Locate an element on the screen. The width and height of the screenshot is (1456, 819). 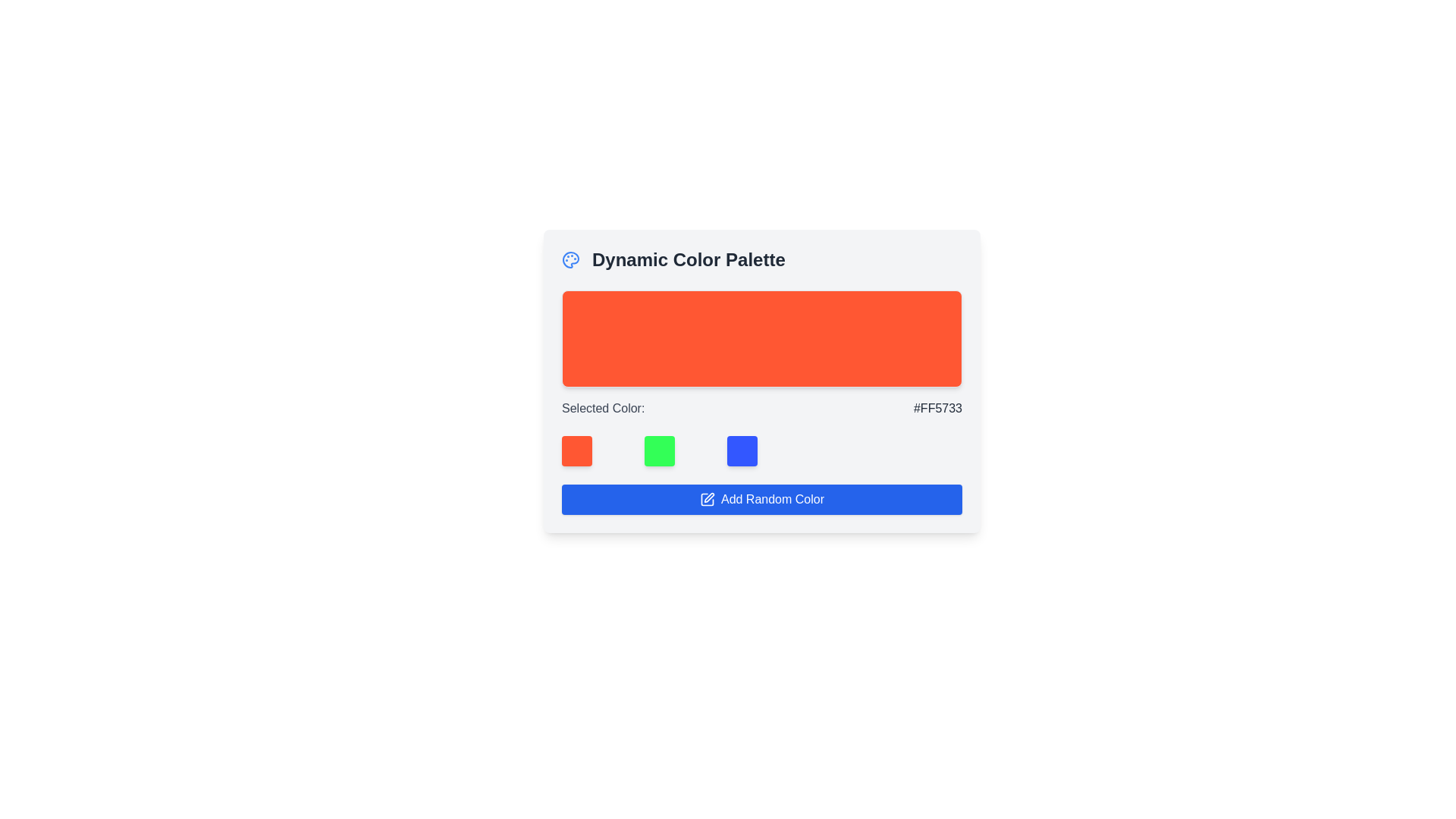
the color palette icon located on the left side of the 'Dynamic Color Palette' header is located at coordinates (570, 259).